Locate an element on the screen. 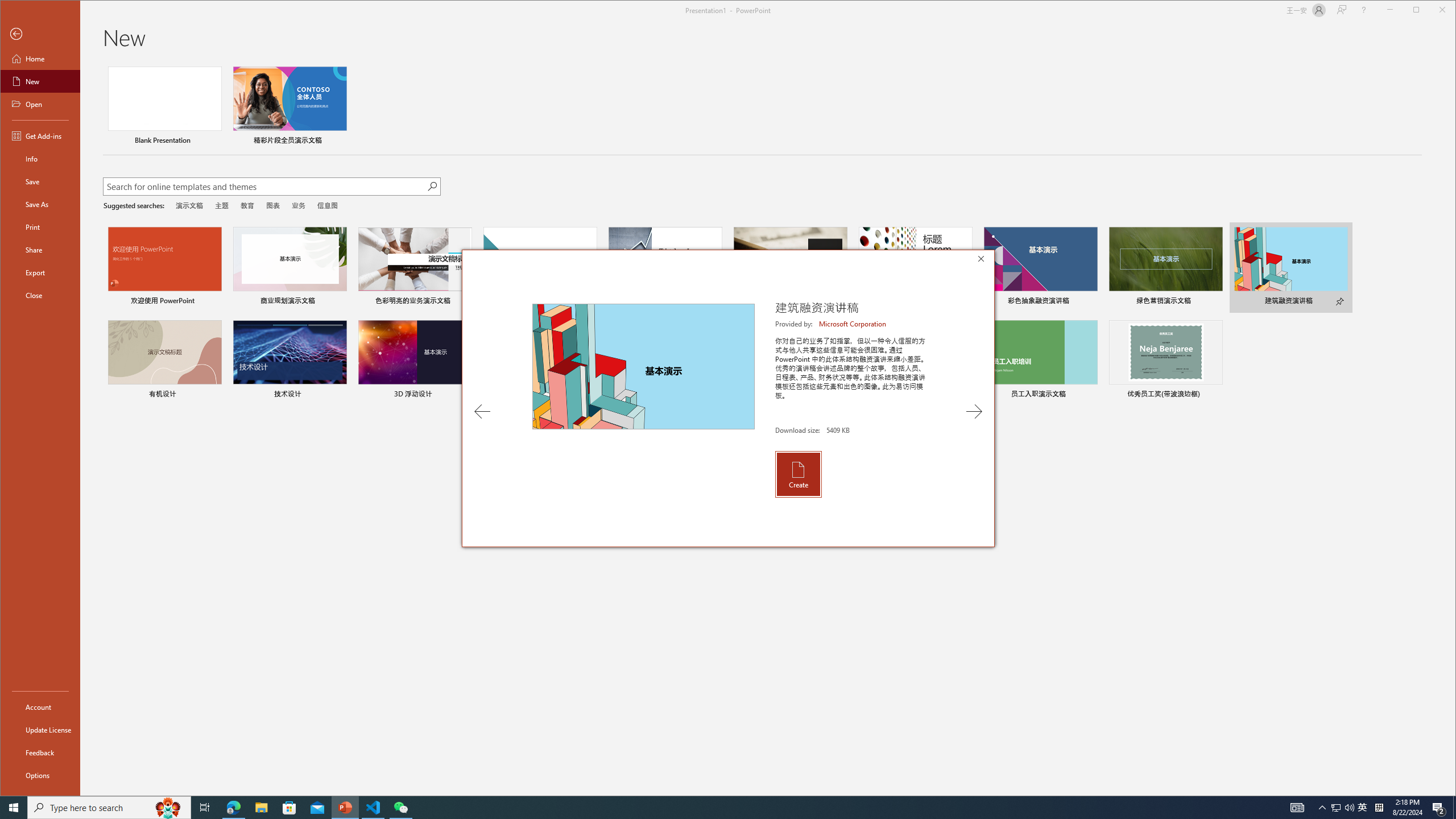  'Blank Presentation' is located at coordinates (164, 106).